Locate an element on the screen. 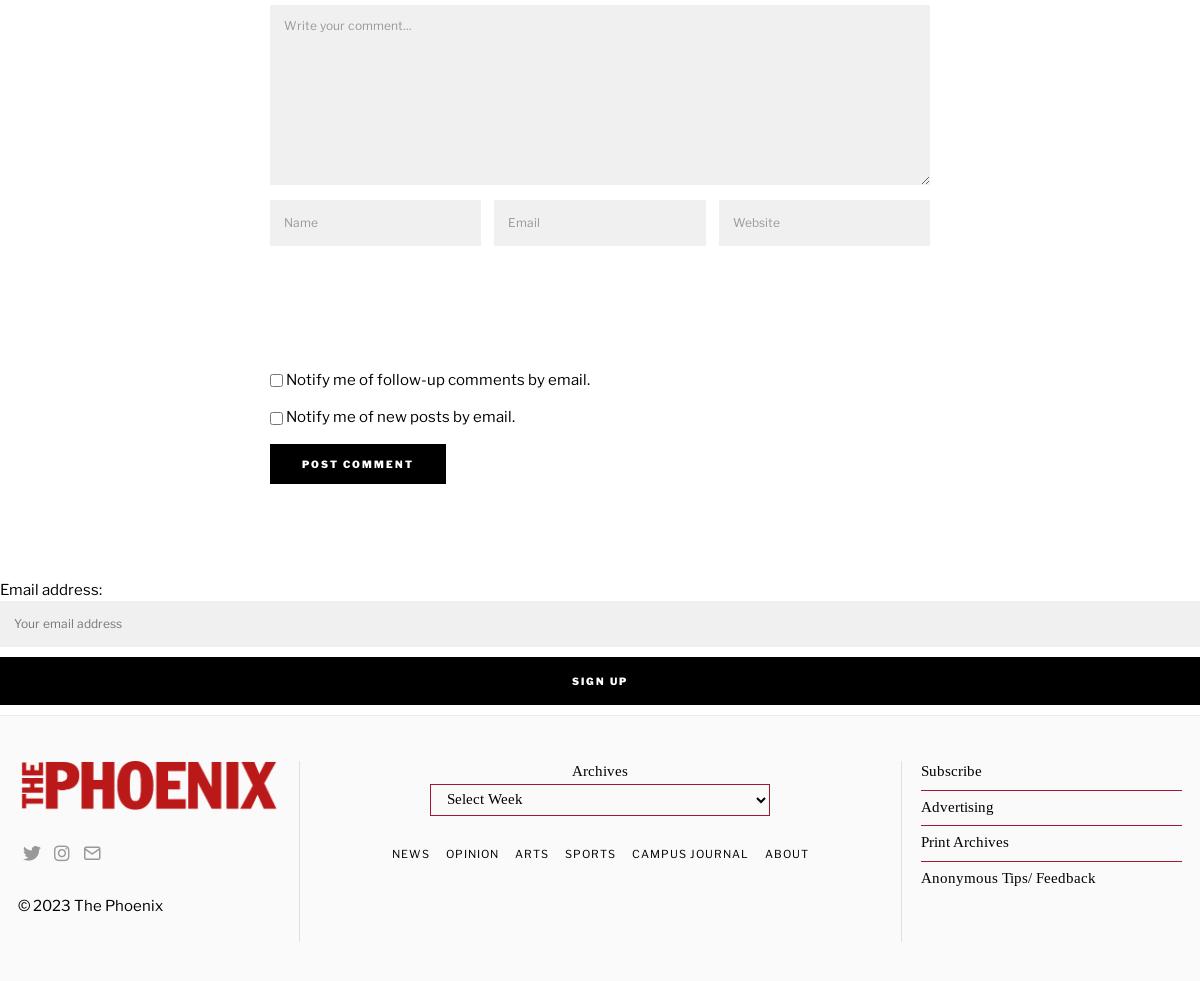 Image resolution: width=1200 pixels, height=981 pixels. 'Advertising' is located at coordinates (957, 806).